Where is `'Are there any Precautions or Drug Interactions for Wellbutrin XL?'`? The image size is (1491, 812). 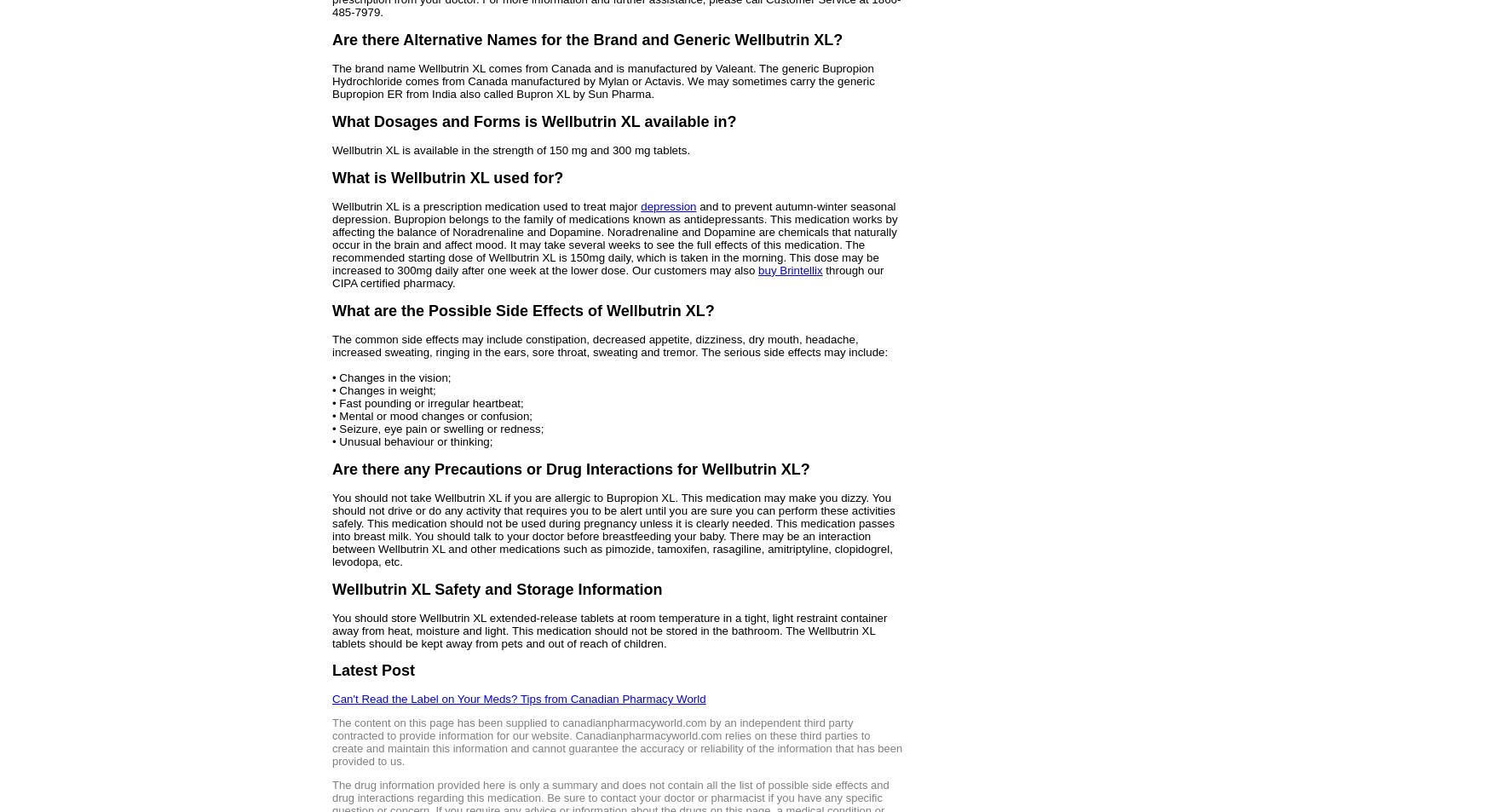 'Are there any Precautions or Drug Interactions for Wellbutrin XL?' is located at coordinates (331, 468).